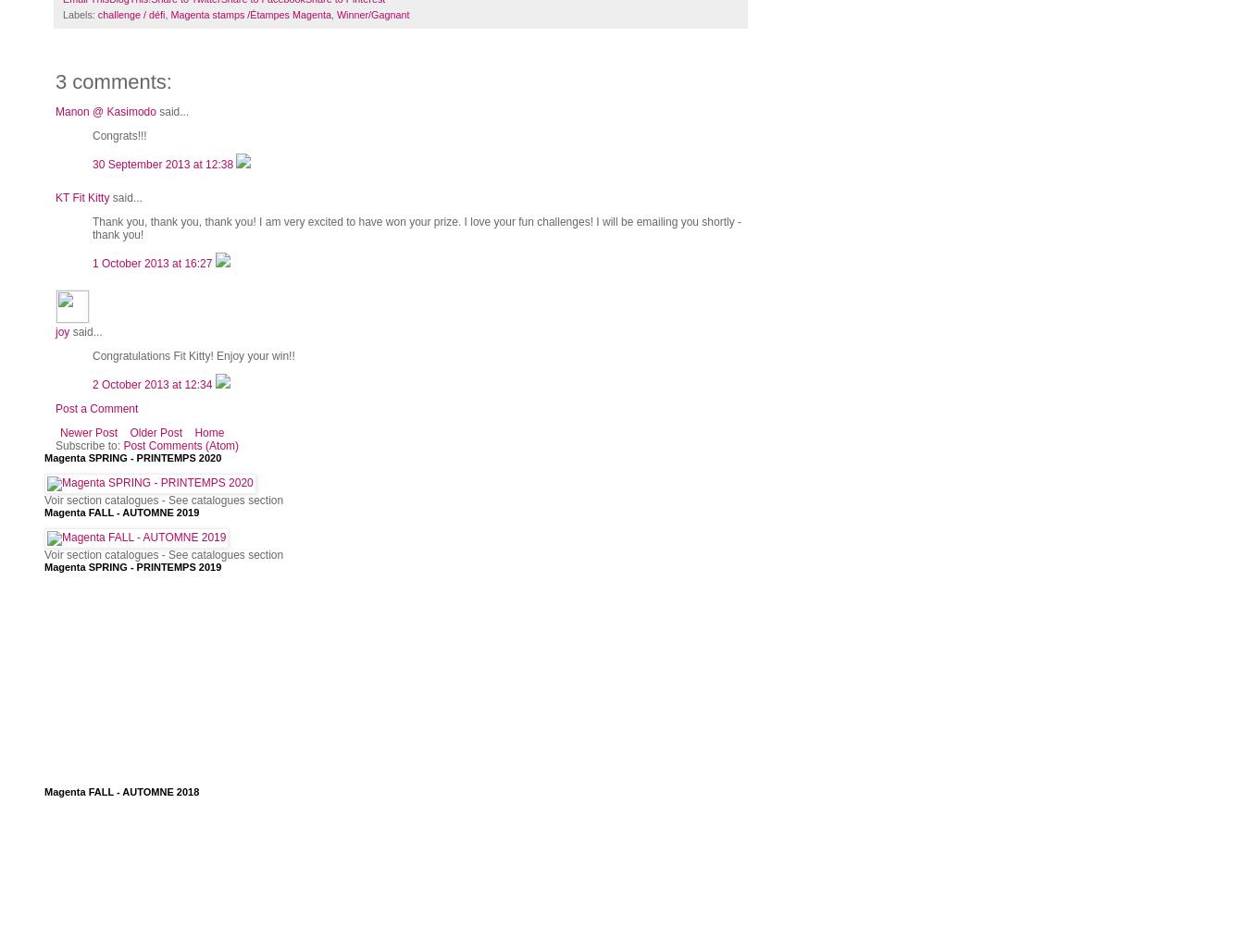  Describe the element at coordinates (120, 510) in the screenshot. I see `'Magenta FALL - AUTOMNE 2019'` at that location.